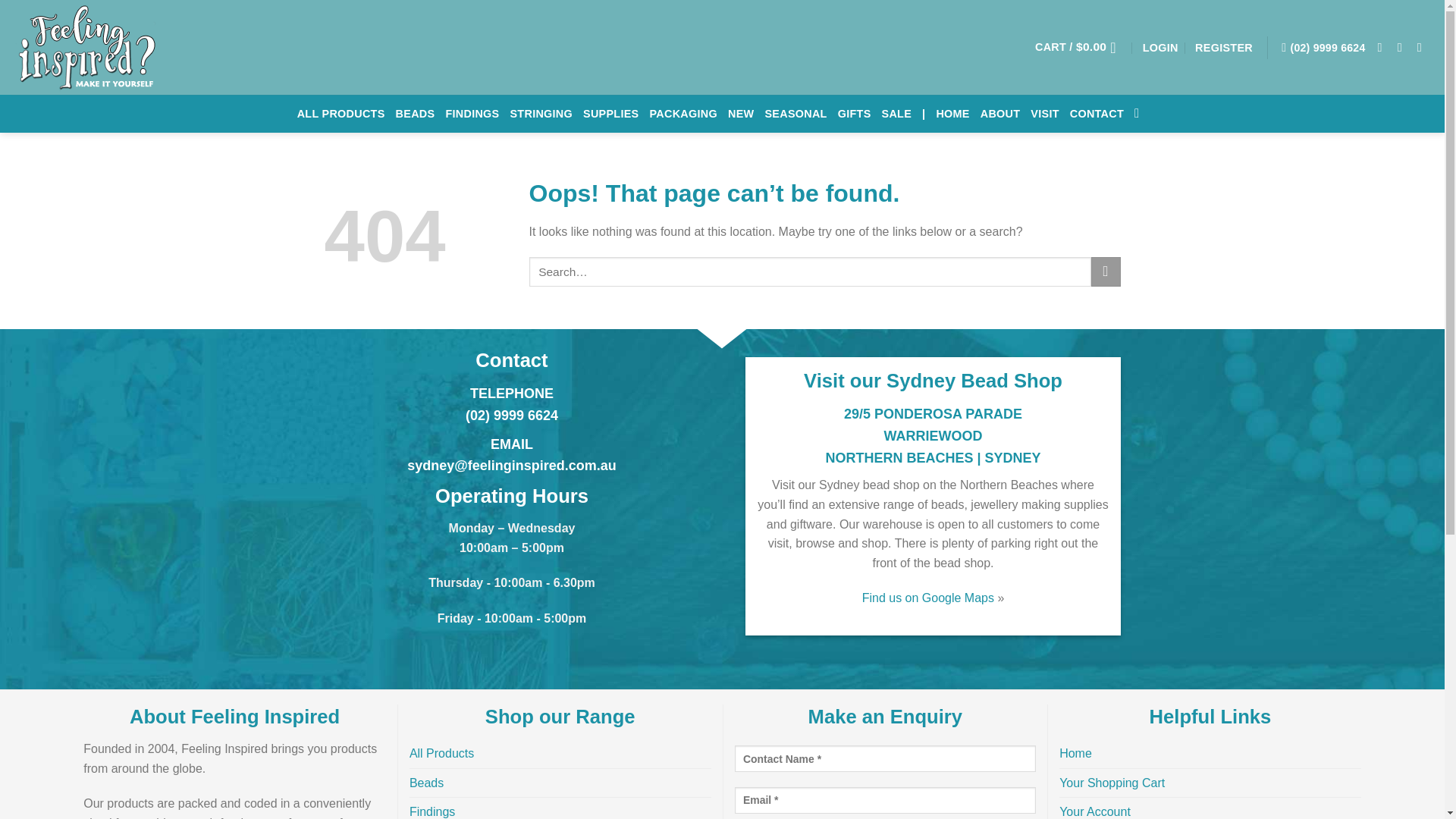 This screenshot has width=1456, height=819. What do you see at coordinates (1030, 113) in the screenshot?
I see `'VISIT'` at bounding box center [1030, 113].